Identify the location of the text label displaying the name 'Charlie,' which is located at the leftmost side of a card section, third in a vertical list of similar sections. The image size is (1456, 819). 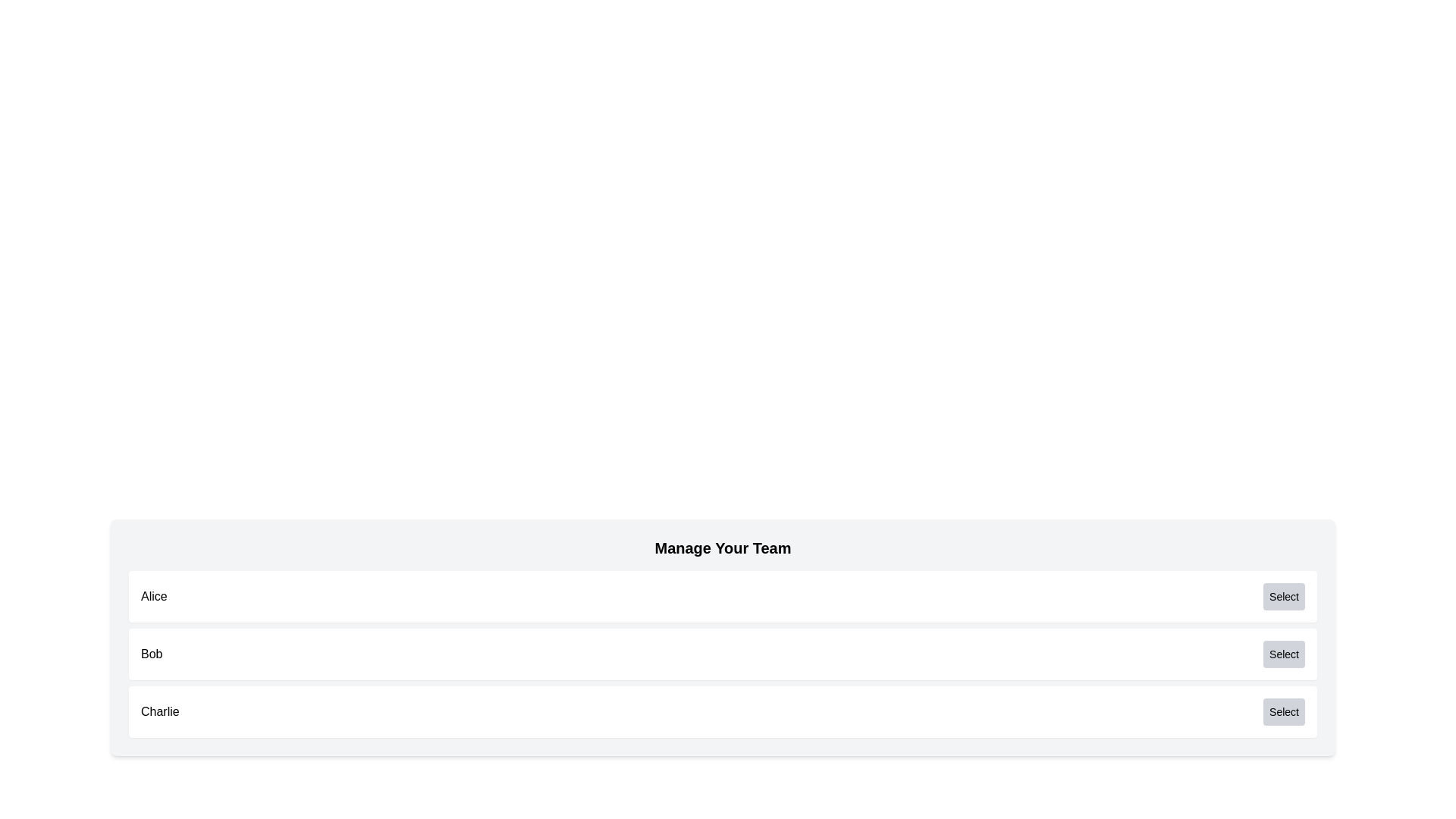
(160, 711).